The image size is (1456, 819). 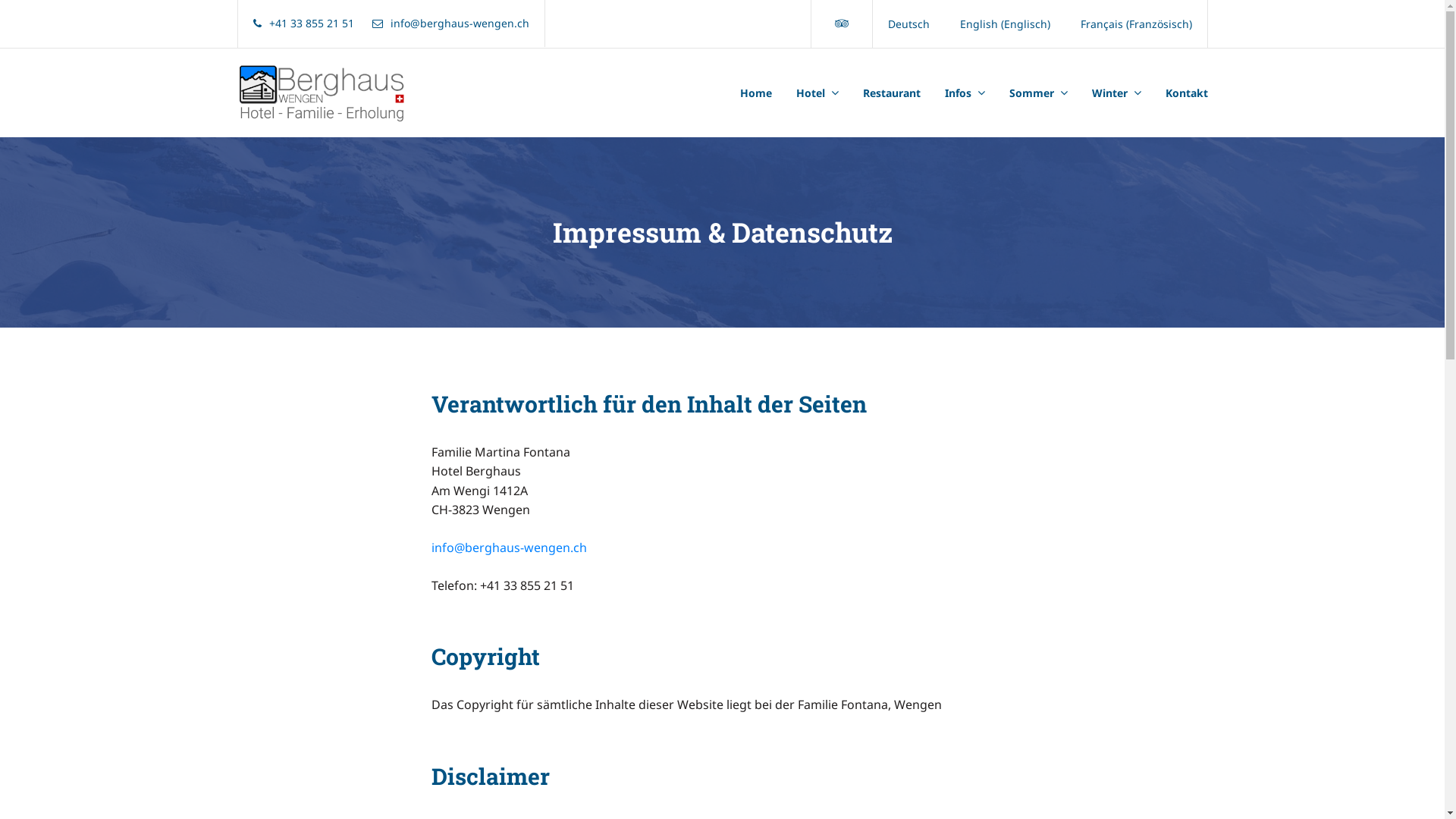 What do you see at coordinates (449, 23) in the screenshot?
I see `'info@berghaus-wengen.ch'` at bounding box center [449, 23].